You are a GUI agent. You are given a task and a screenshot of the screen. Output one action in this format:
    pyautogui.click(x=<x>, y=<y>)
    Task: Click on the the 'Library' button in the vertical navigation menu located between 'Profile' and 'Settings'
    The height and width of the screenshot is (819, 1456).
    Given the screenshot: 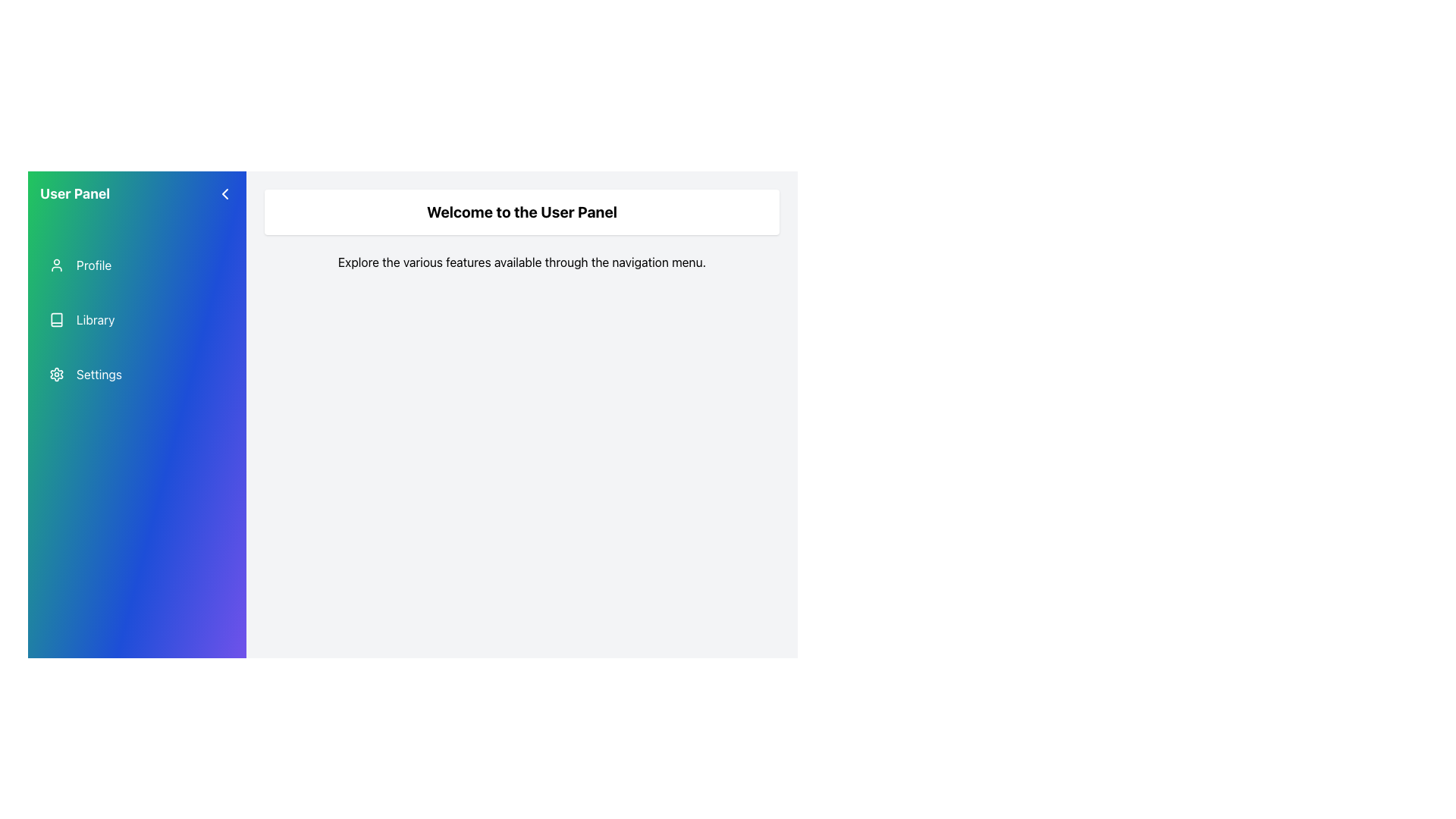 What is the action you would take?
    pyautogui.click(x=137, y=318)
    